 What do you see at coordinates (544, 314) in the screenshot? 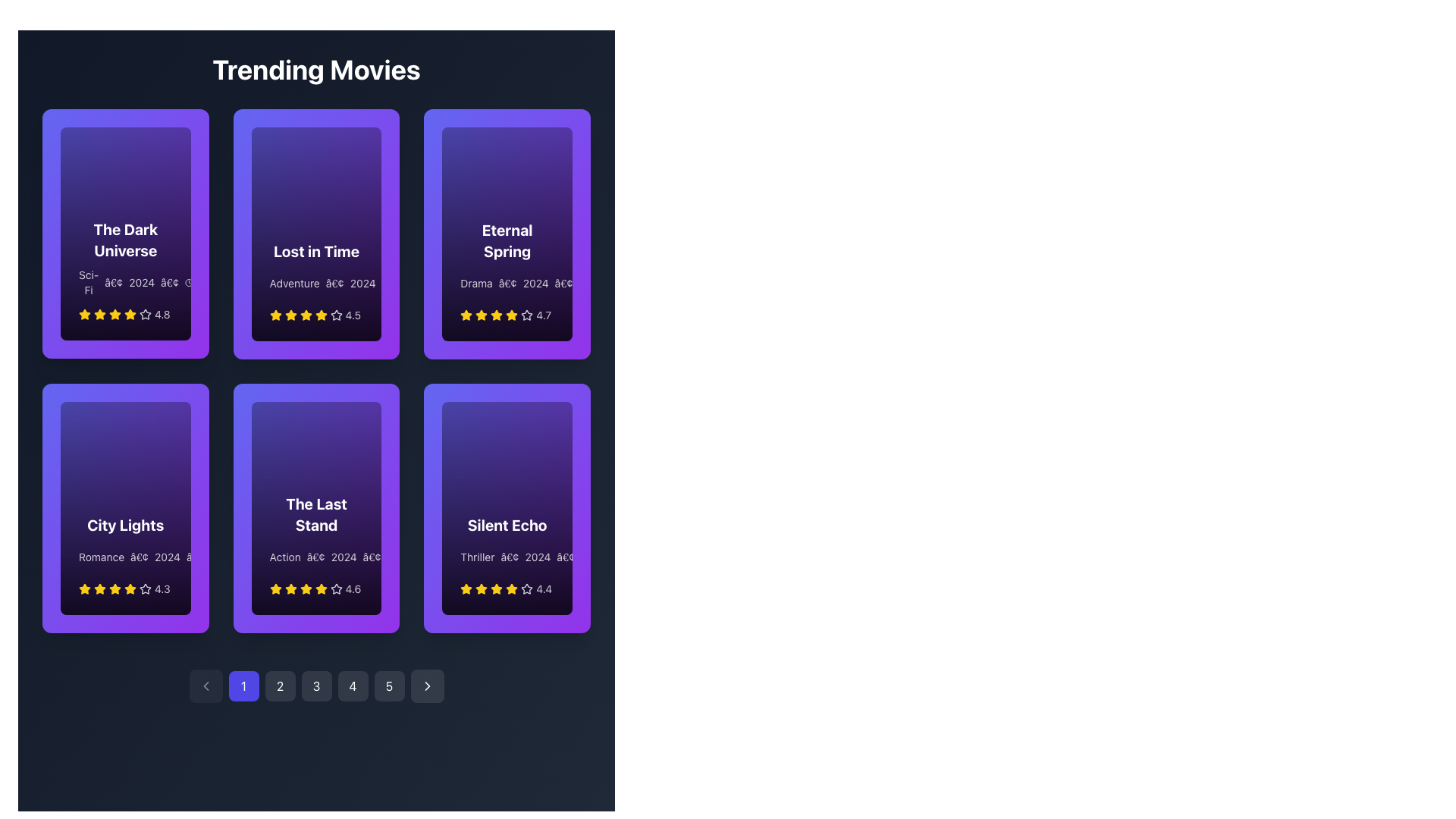
I see `numerical rating displayed on the 'Eternal Spring' movie card, which is located to the right of the yellow stars in the lower section of the card` at bounding box center [544, 314].